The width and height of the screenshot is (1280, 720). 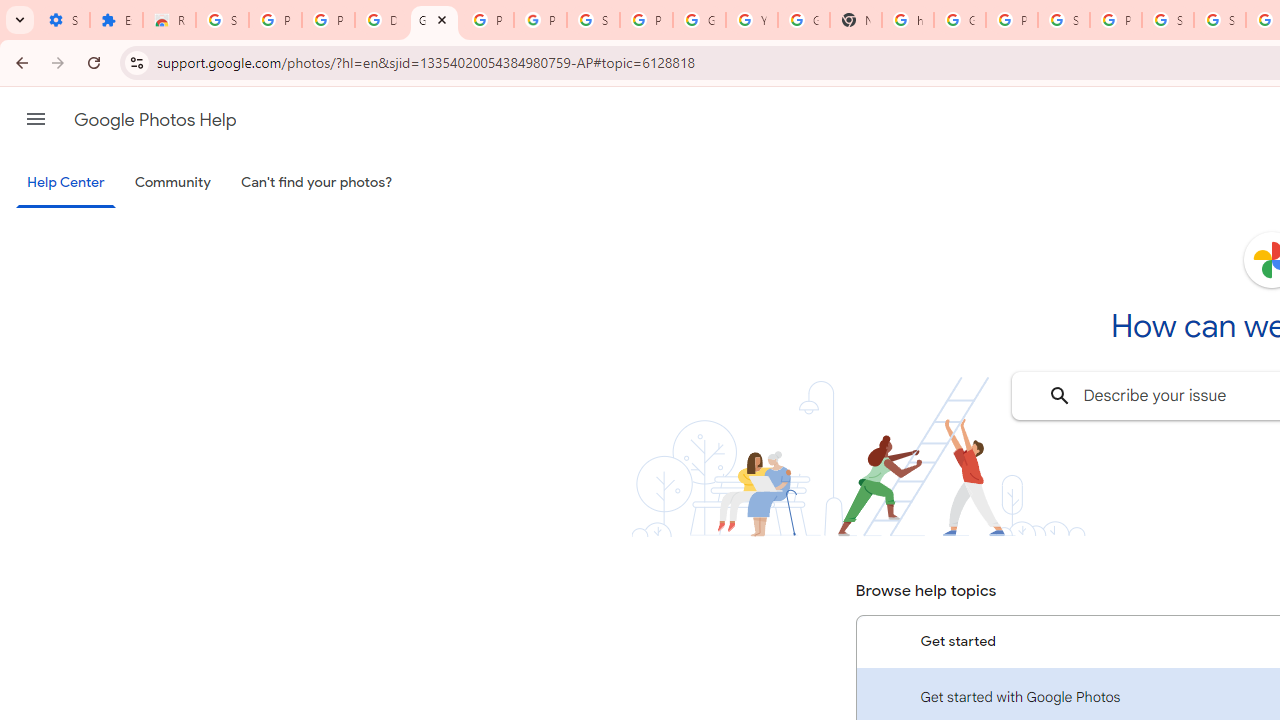 What do you see at coordinates (63, 20) in the screenshot?
I see `'Settings - On startup'` at bounding box center [63, 20].